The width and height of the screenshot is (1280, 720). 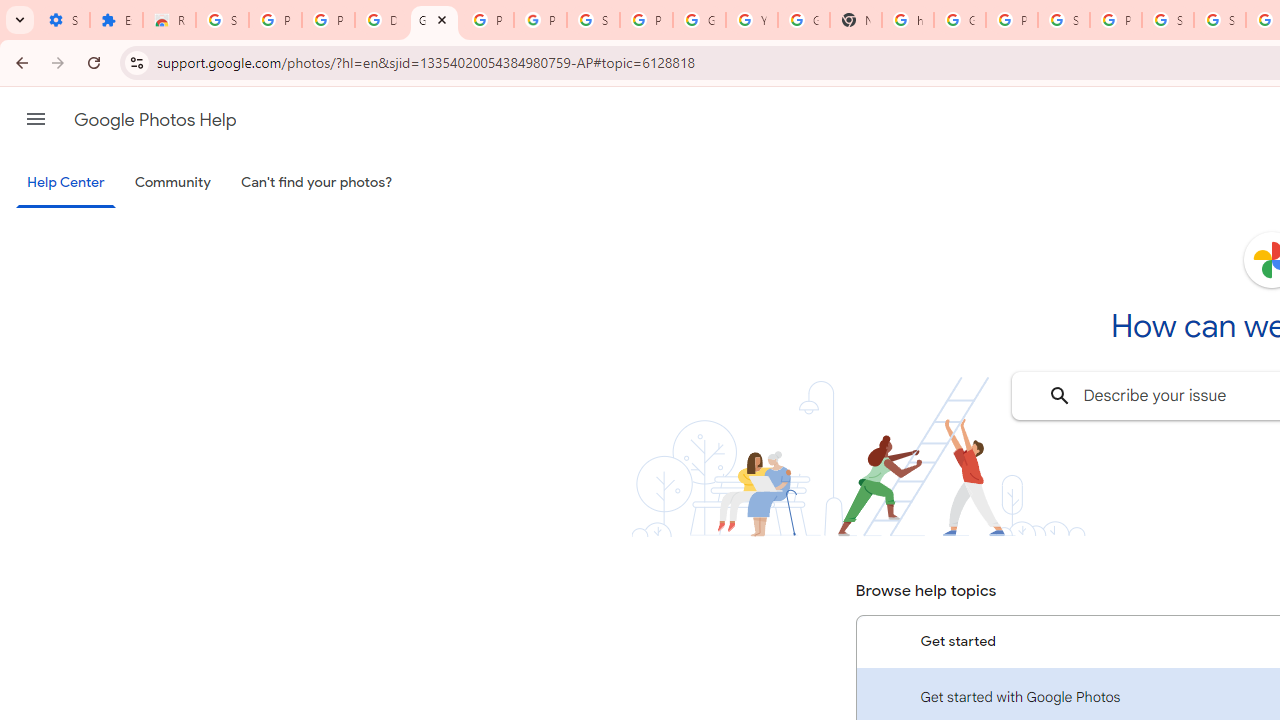 What do you see at coordinates (63, 20) in the screenshot?
I see `'Settings - On startup'` at bounding box center [63, 20].